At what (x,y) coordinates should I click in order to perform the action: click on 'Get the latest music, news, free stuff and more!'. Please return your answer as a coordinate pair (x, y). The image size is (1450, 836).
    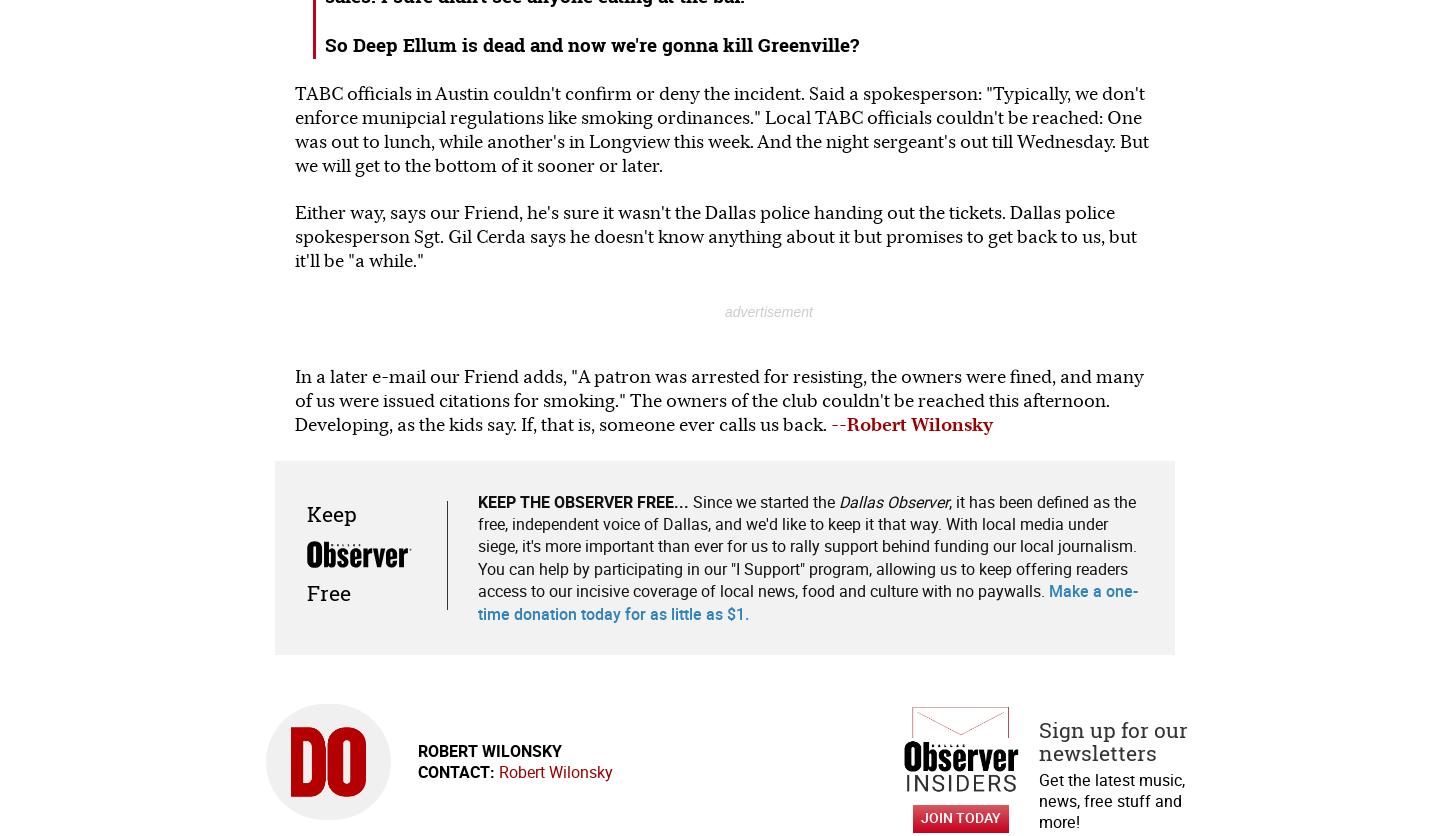
    Looking at the image, I should click on (1111, 799).